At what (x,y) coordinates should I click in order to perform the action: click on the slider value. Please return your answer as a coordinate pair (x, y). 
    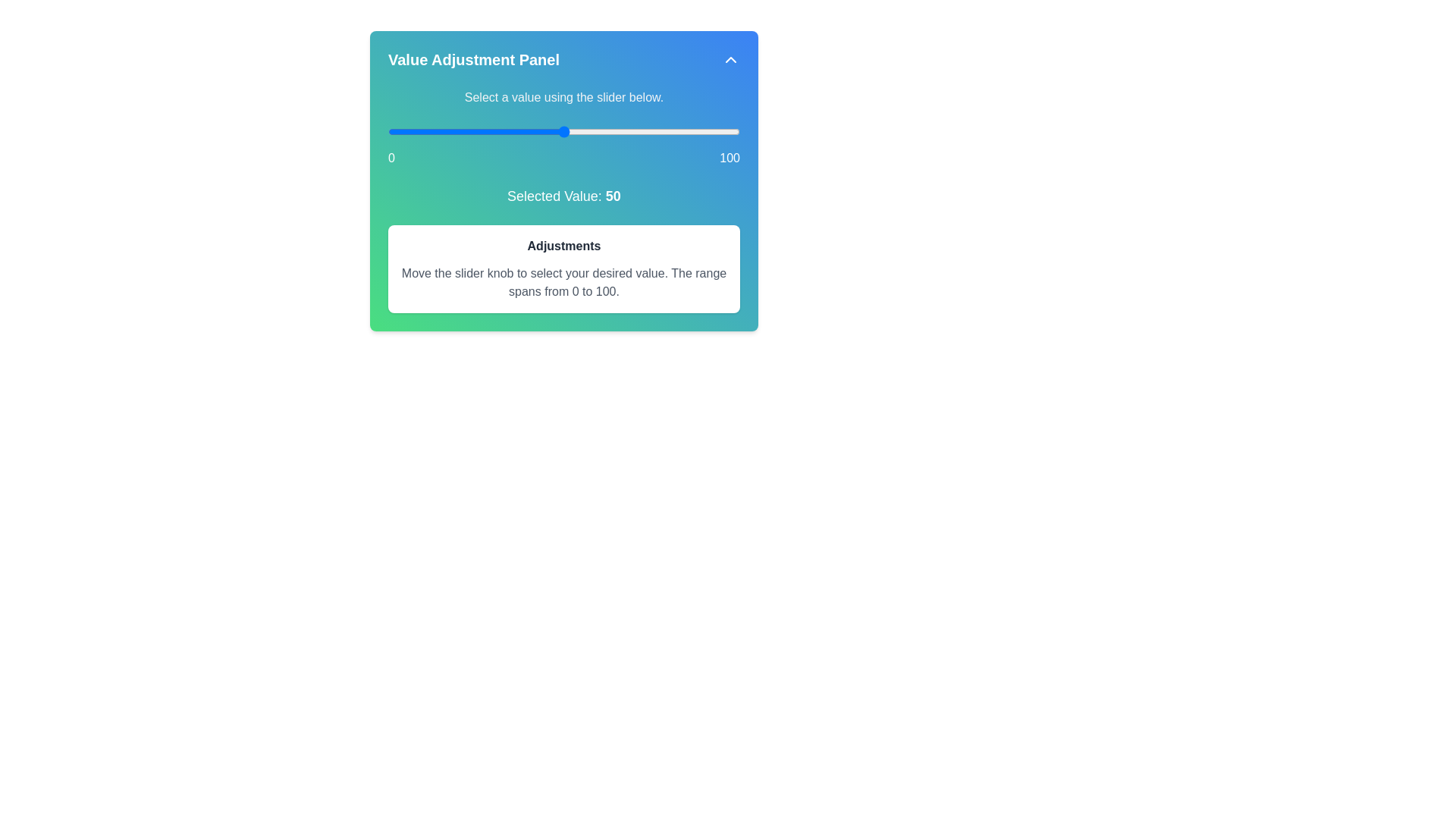
    Looking at the image, I should click on (679, 130).